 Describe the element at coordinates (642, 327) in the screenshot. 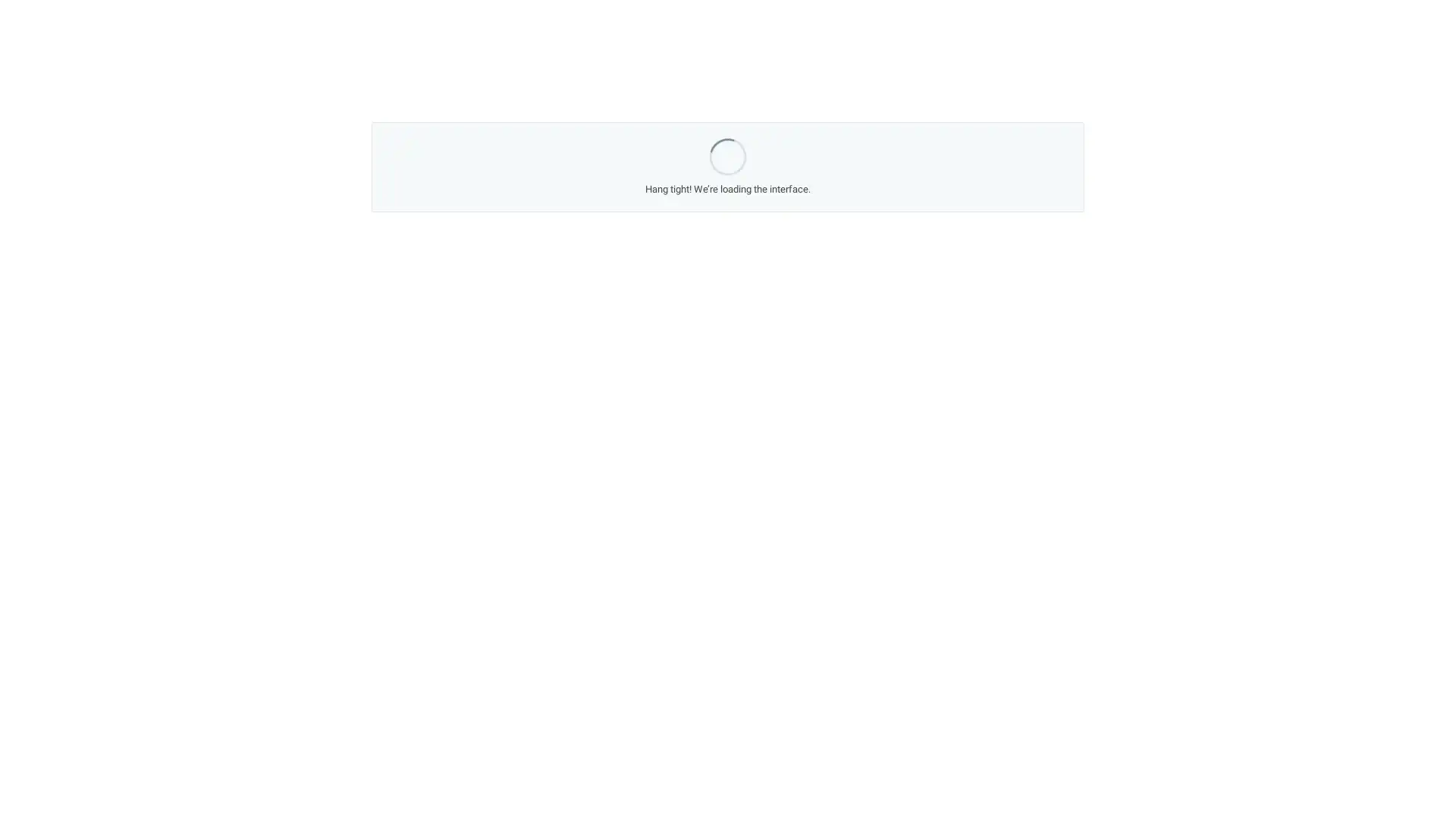

I see `Why don't I need a password?` at that location.